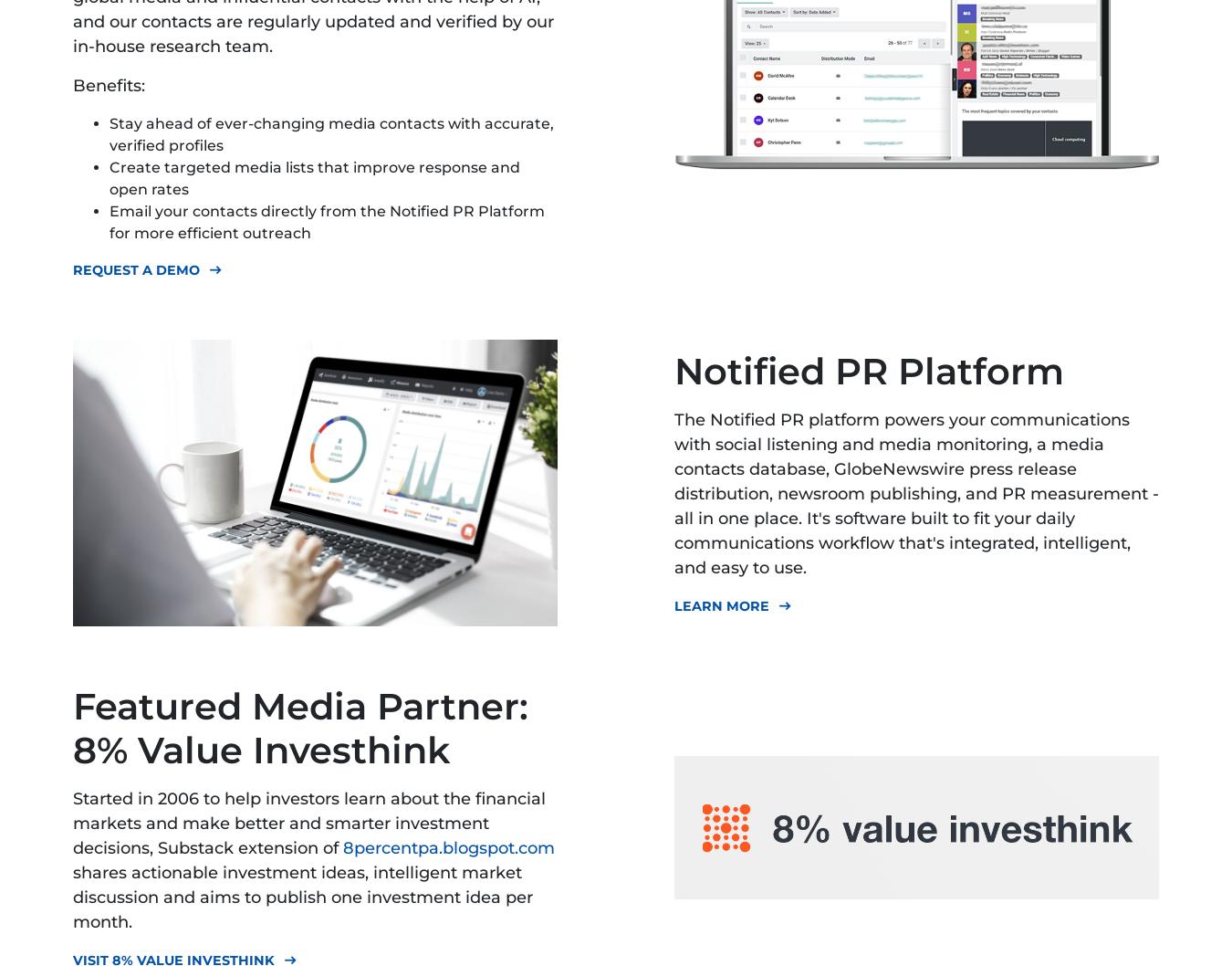 The height and width of the screenshot is (966, 1232). Describe the element at coordinates (110, 222) in the screenshot. I see `'Email your contacts directly from the Notified PR Platform for more efficient outreach'` at that location.